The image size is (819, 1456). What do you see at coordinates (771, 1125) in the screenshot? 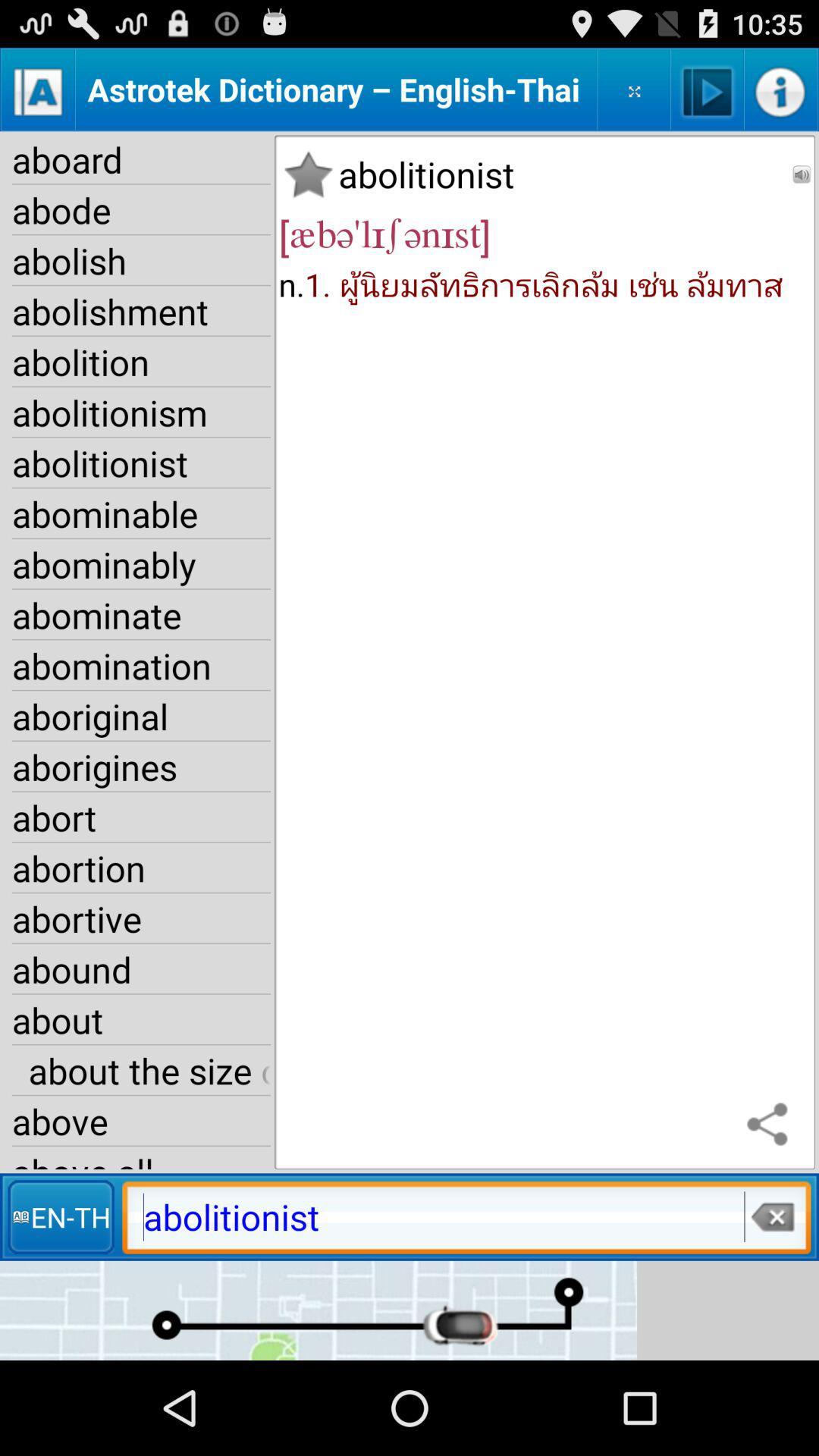
I see `icon next to the about the size` at bounding box center [771, 1125].